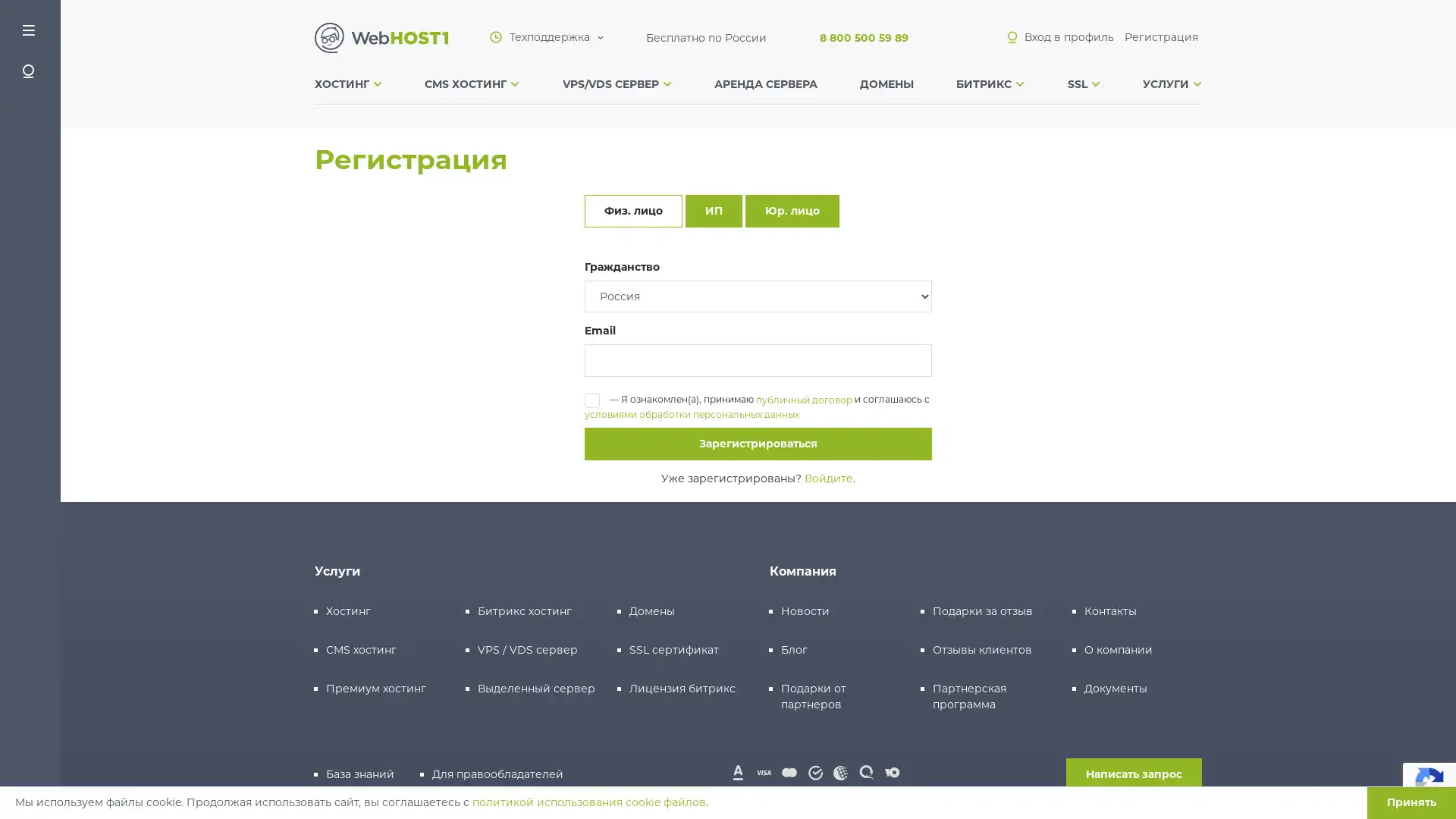  I want to click on ., so click(792, 211).